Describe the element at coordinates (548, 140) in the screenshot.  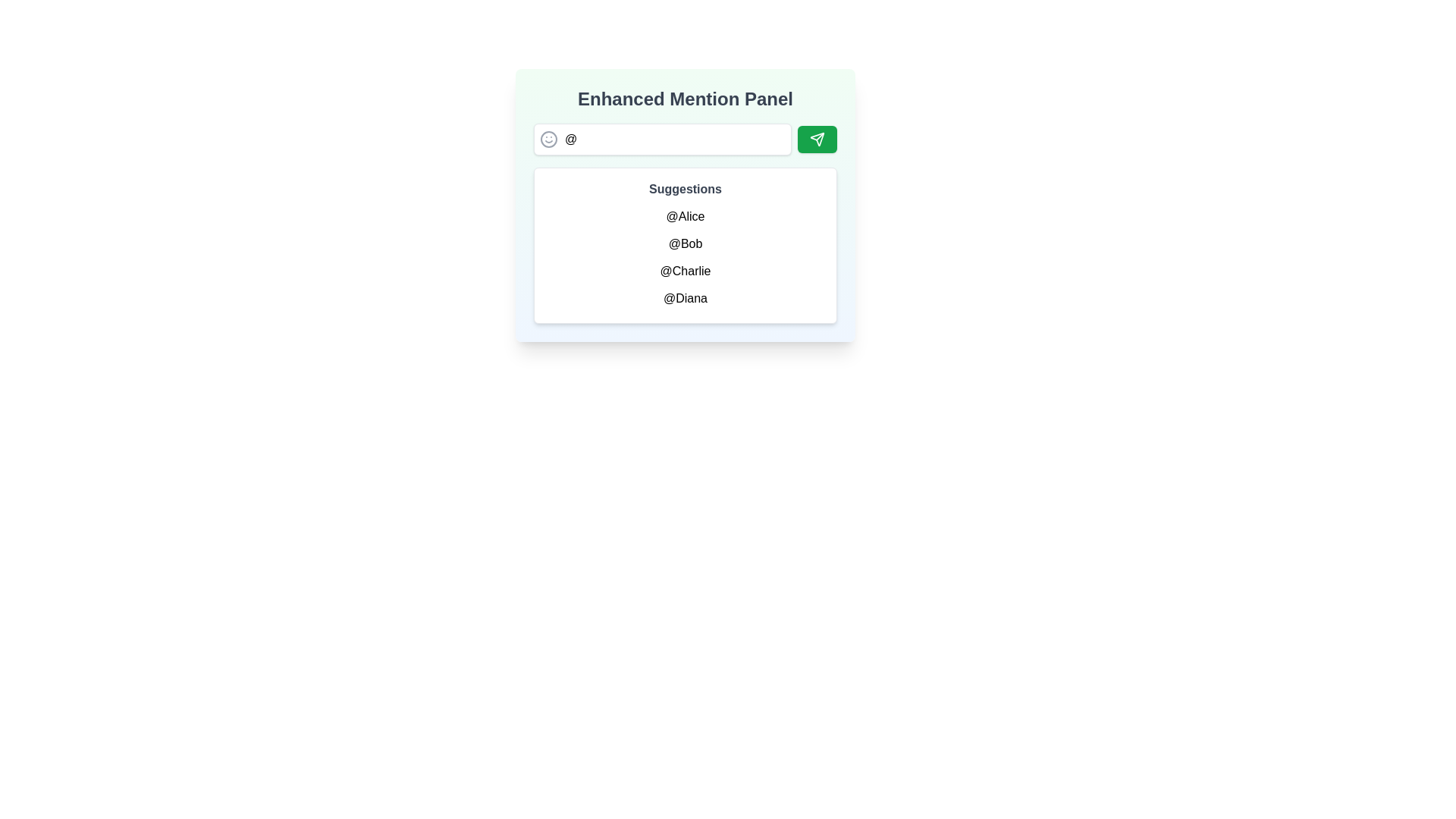
I see `the circular SVG element that is part of a smiley icon` at that location.